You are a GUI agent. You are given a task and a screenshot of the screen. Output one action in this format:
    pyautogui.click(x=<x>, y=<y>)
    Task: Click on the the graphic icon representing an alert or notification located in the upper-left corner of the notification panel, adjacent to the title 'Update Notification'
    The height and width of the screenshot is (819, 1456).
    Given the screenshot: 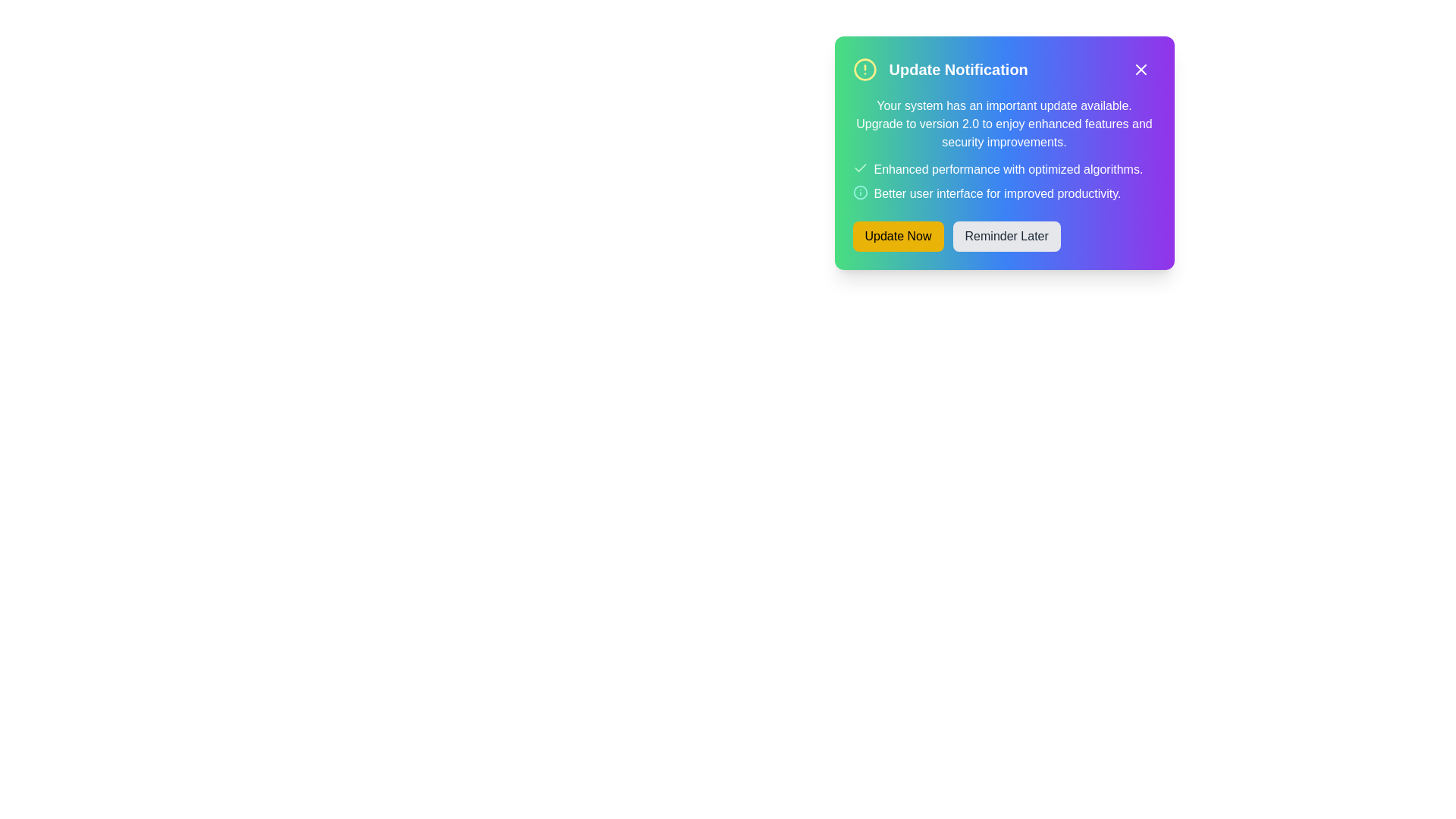 What is the action you would take?
    pyautogui.click(x=864, y=70)
    